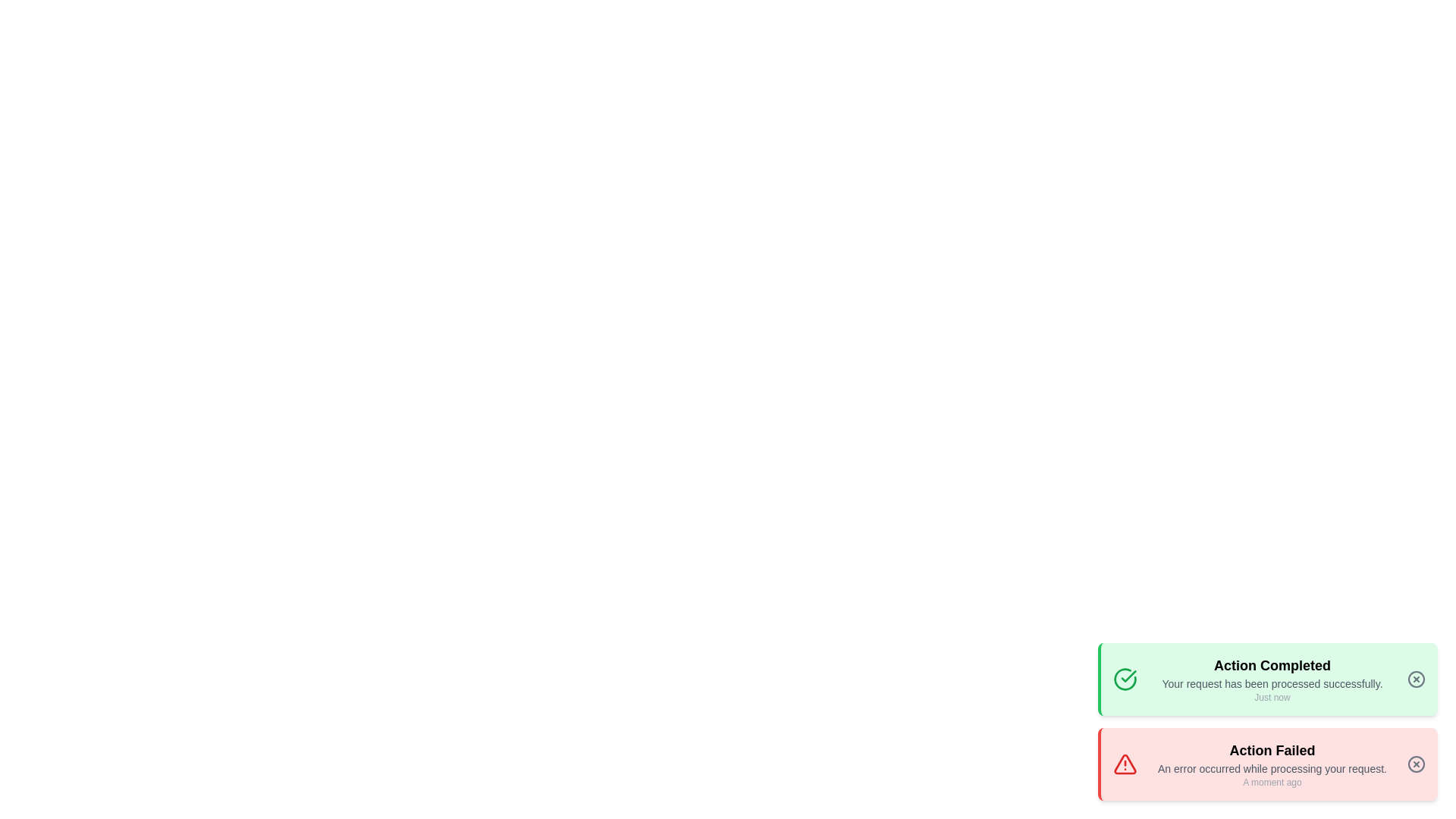 This screenshot has width=1456, height=819. Describe the element at coordinates (1267, 678) in the screenshot. I see `the notification to display its details` at that location.